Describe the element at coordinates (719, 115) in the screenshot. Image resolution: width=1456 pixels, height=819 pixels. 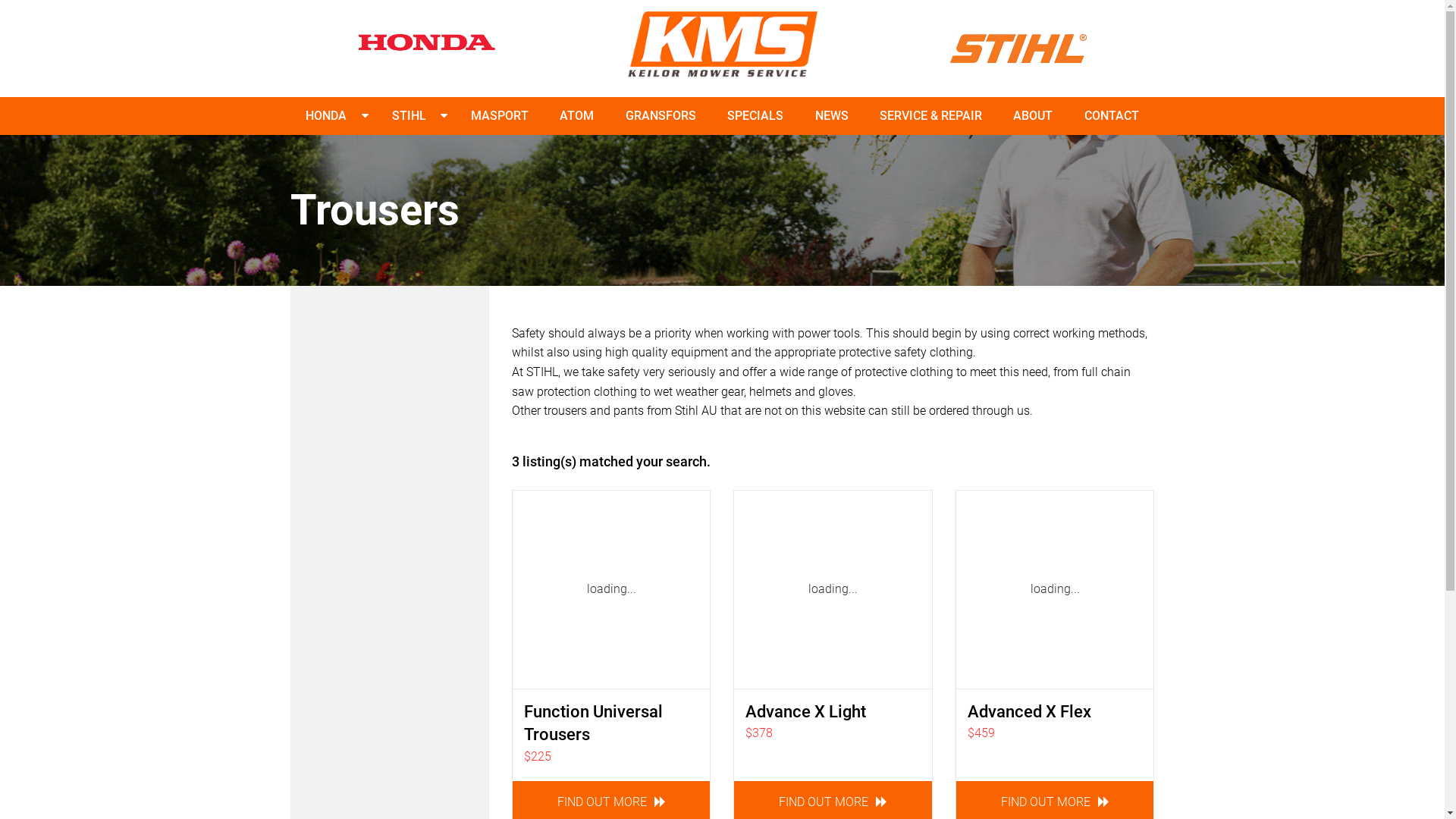
I see `'SPECIALS'` at that location.